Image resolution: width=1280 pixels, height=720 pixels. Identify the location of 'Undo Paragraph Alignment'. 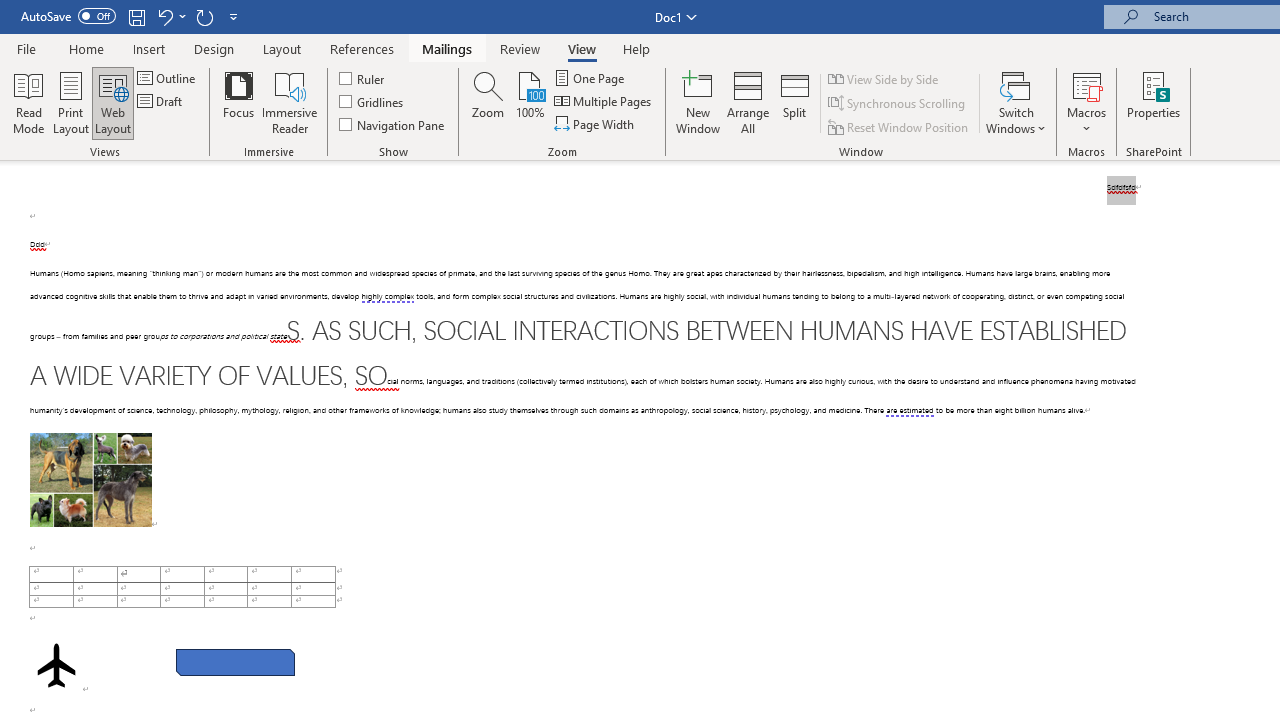
(164, 16).